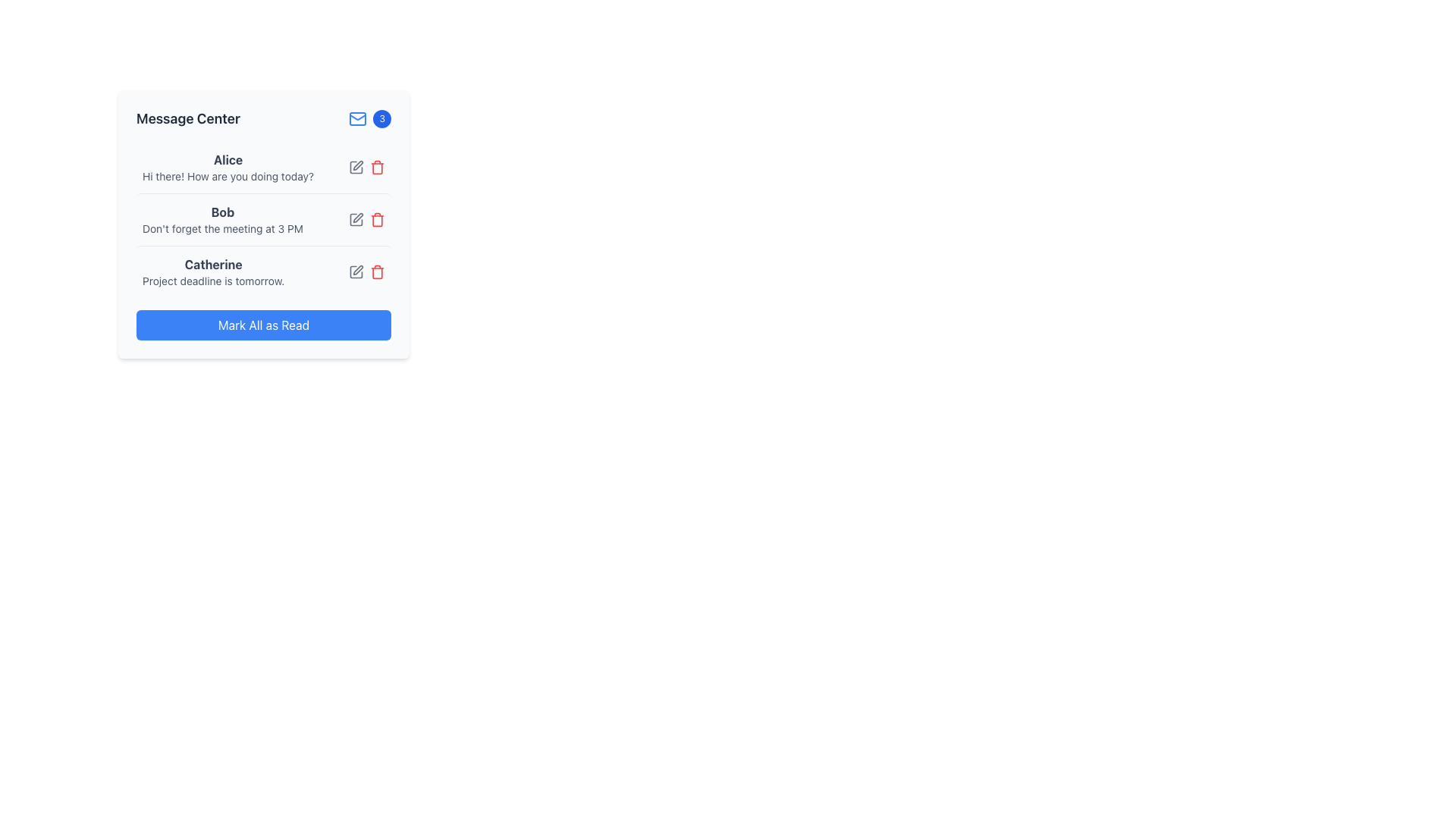 This screenshot has height=819, width=1456. I want to click on the text label that reads 'Project deadline is tomorrow.' which is styled in a smaller font size and light gray color, located under the name 'Catherine' in the card-like layout, so click(212, 281).